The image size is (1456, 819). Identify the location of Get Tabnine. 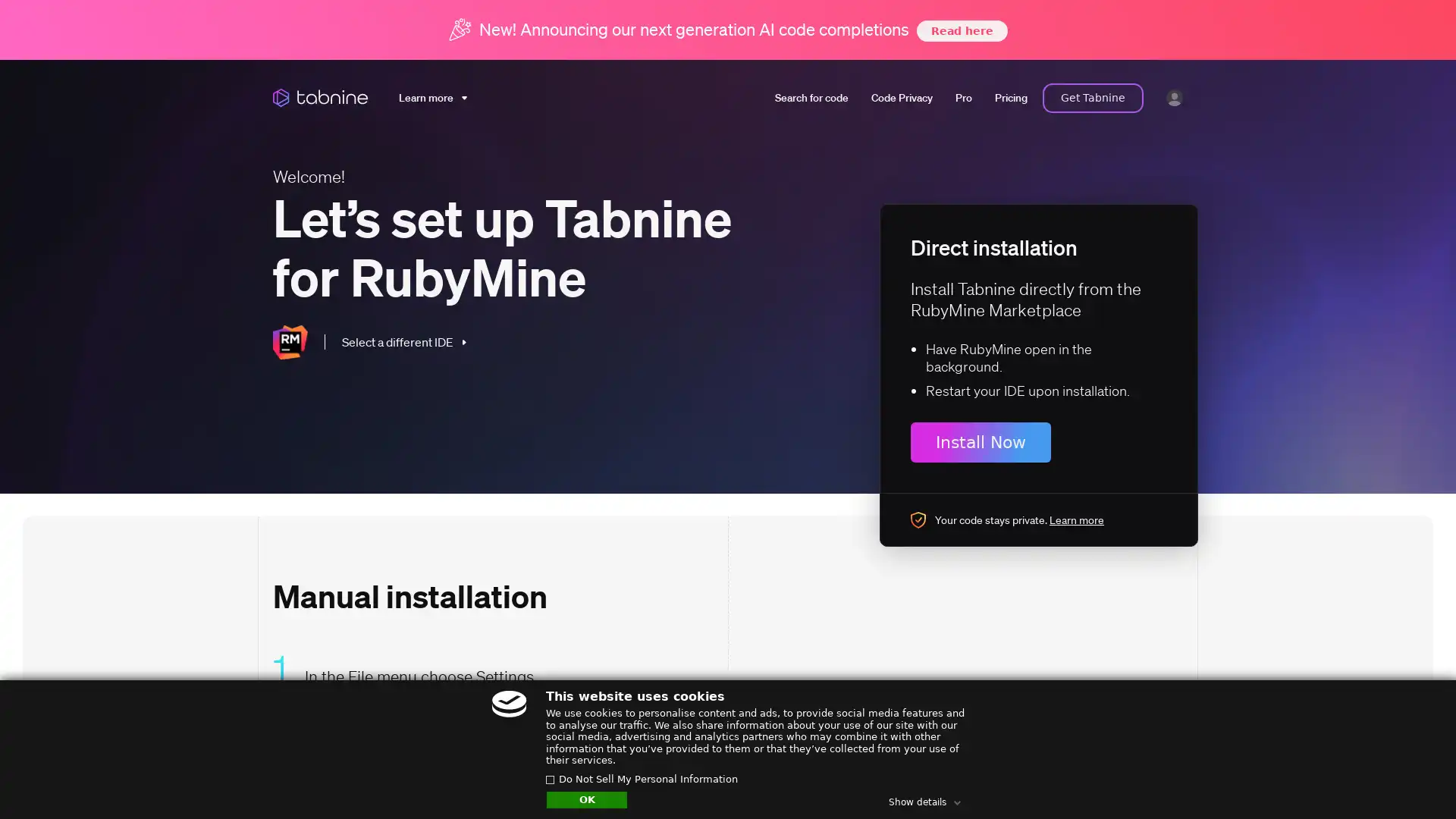
(1093, 97).